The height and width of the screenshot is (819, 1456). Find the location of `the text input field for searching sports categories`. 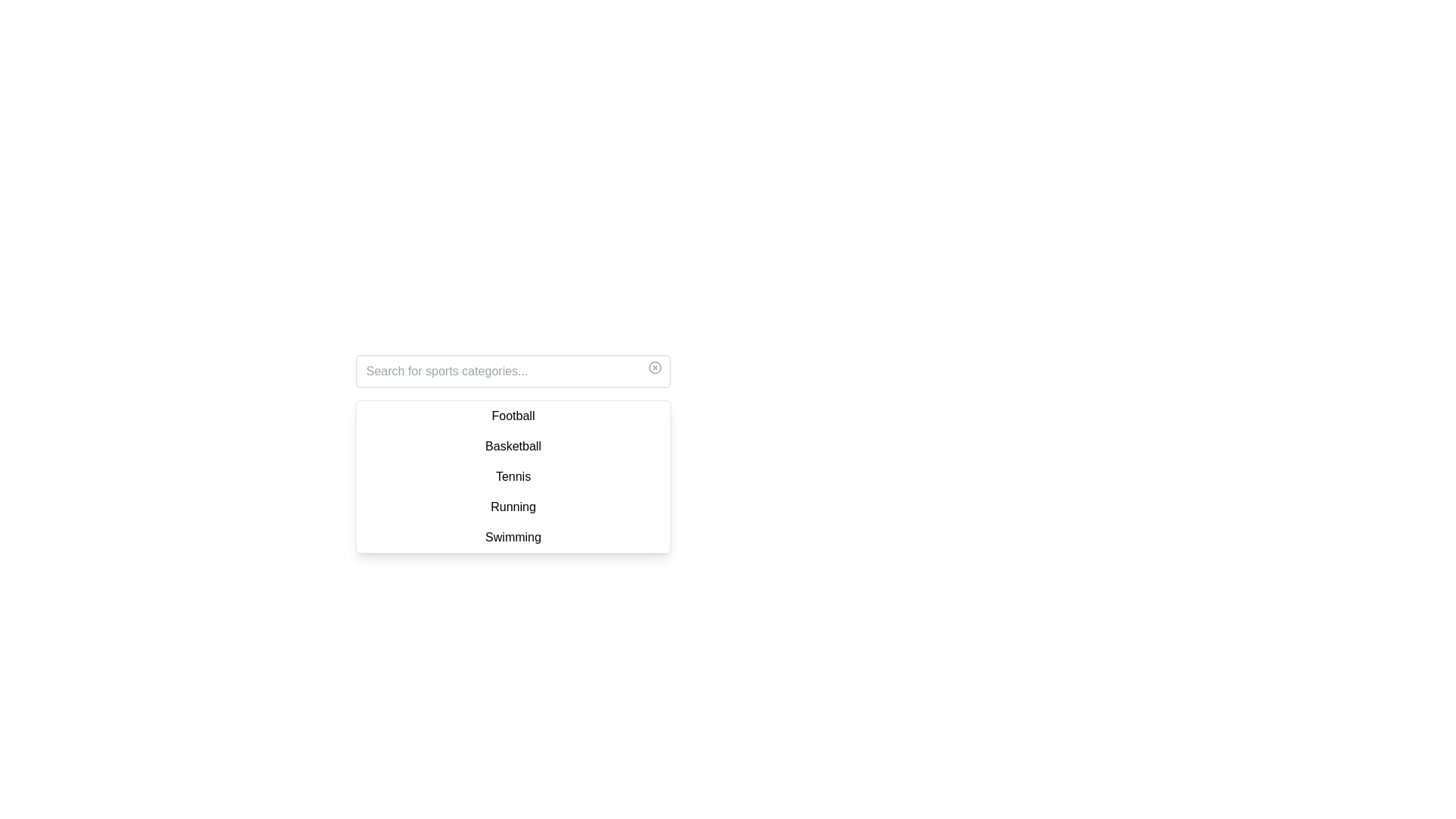

the text input field for searching sports categories is located at coordinates (513, 371).